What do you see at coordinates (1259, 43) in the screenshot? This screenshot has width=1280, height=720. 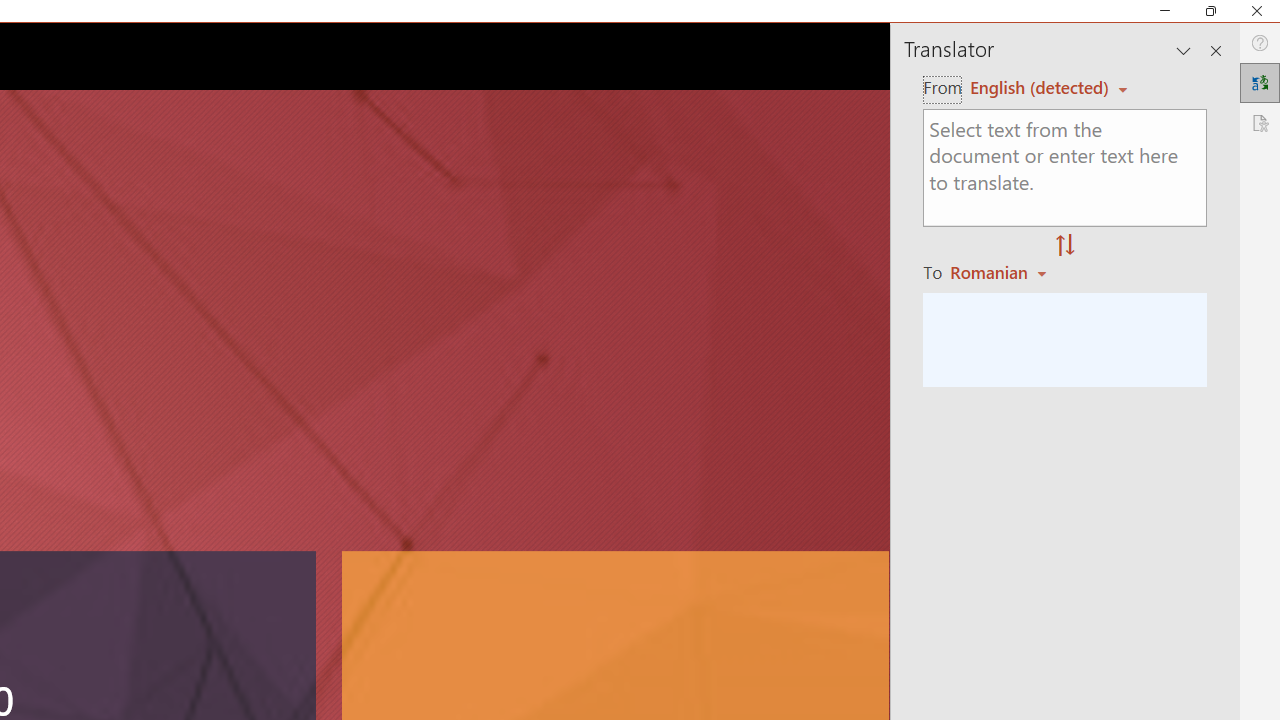 I see `'Help'` at bounding box center [1259, 43].